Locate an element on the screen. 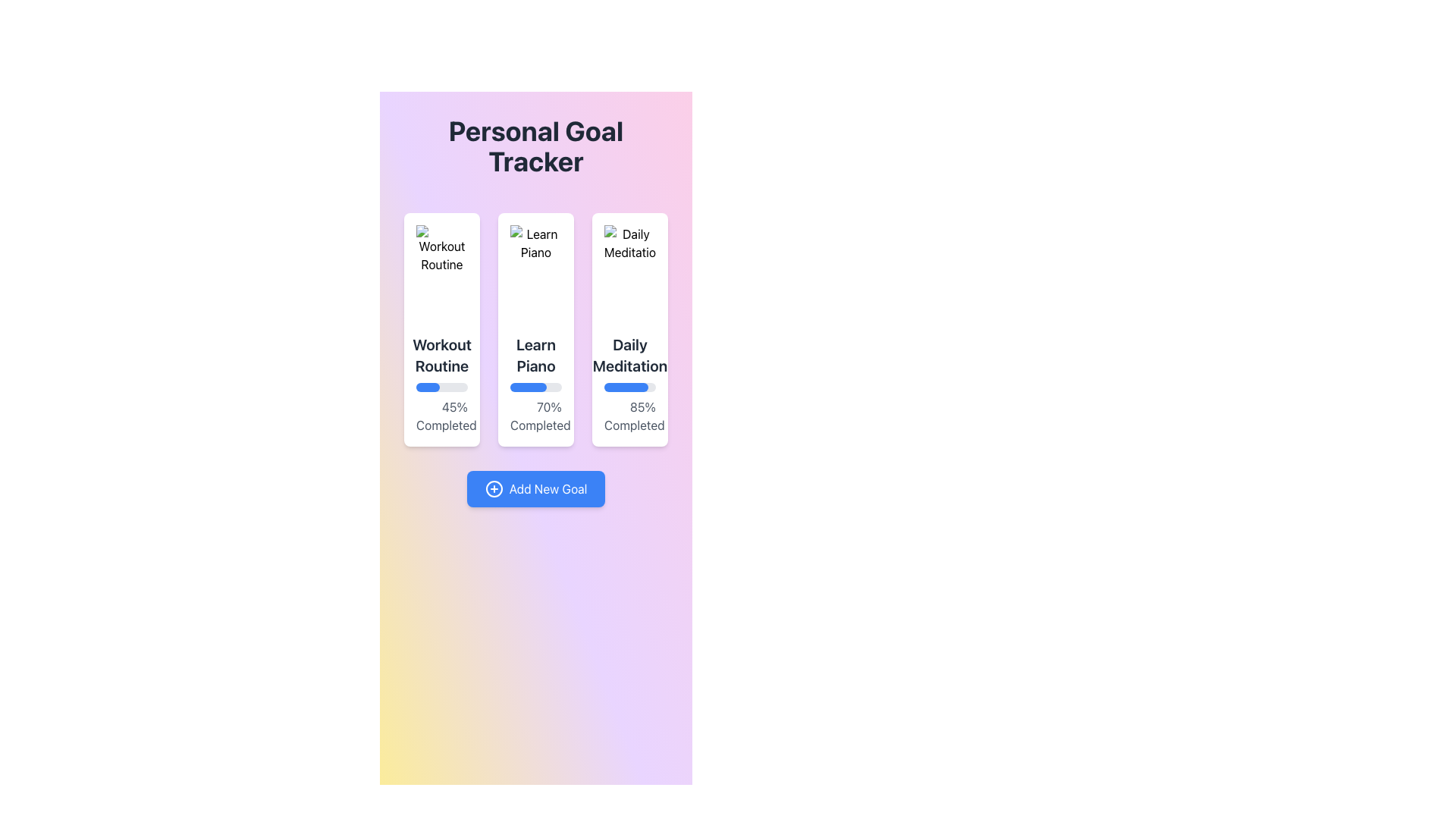 This screenshot has width=1456, height=819. the informational Text label indicating the progress percentage for the user's piano learning goal, located at the bottom of the Learn Piano card is located at coordinates (535, 416).